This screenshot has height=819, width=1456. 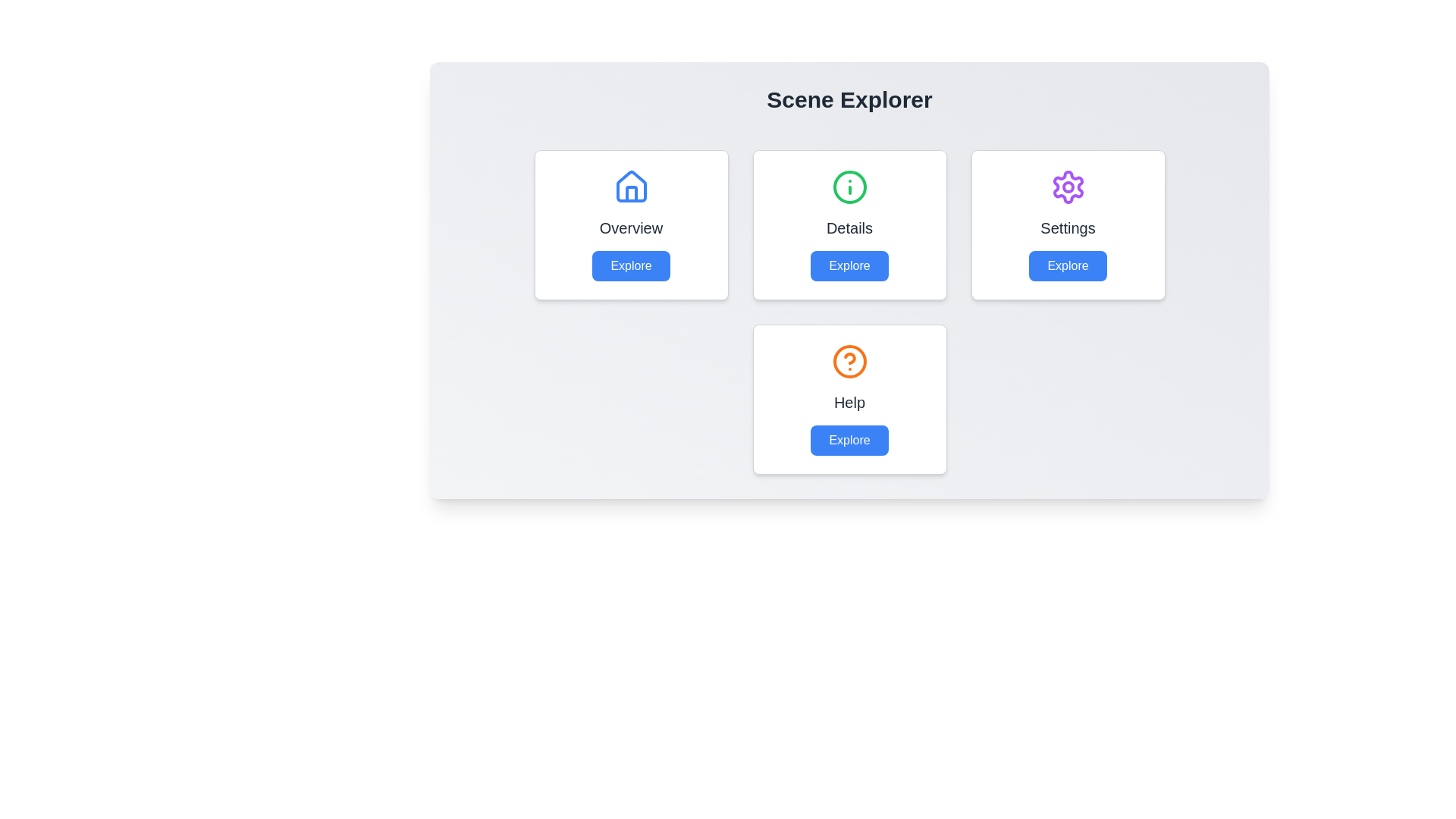 I want to click on the orange help icon featuring a question mark and dot, located in the fourth card under the 'Scene Explorer' heading, so click(x=849, y=362).